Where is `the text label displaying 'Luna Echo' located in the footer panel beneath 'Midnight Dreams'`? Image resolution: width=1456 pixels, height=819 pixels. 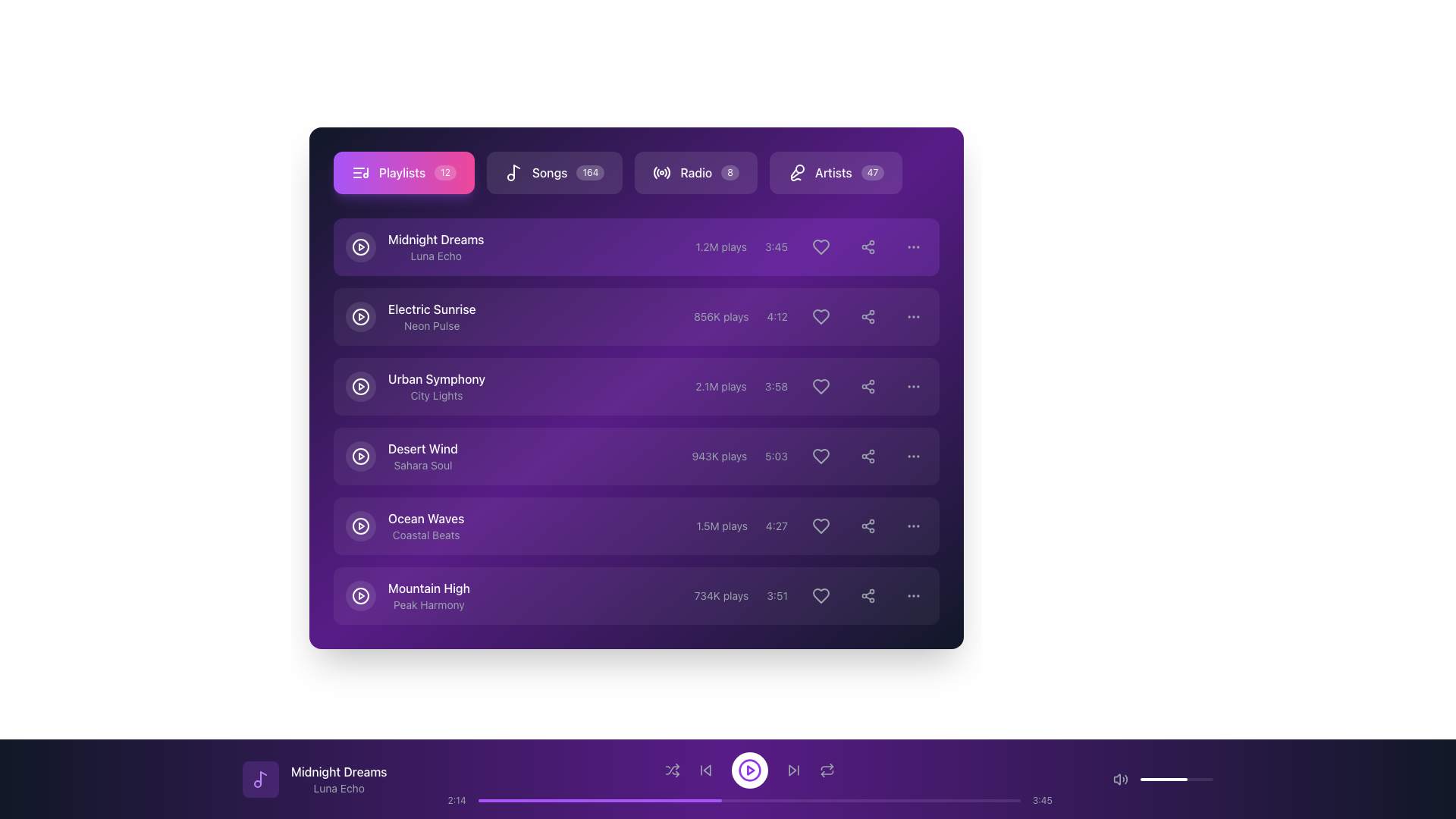
the text label displaying 'Luna Echo' located in the footer panel beneath 'Midnight Dreams' is located at coordinates (338, 788).